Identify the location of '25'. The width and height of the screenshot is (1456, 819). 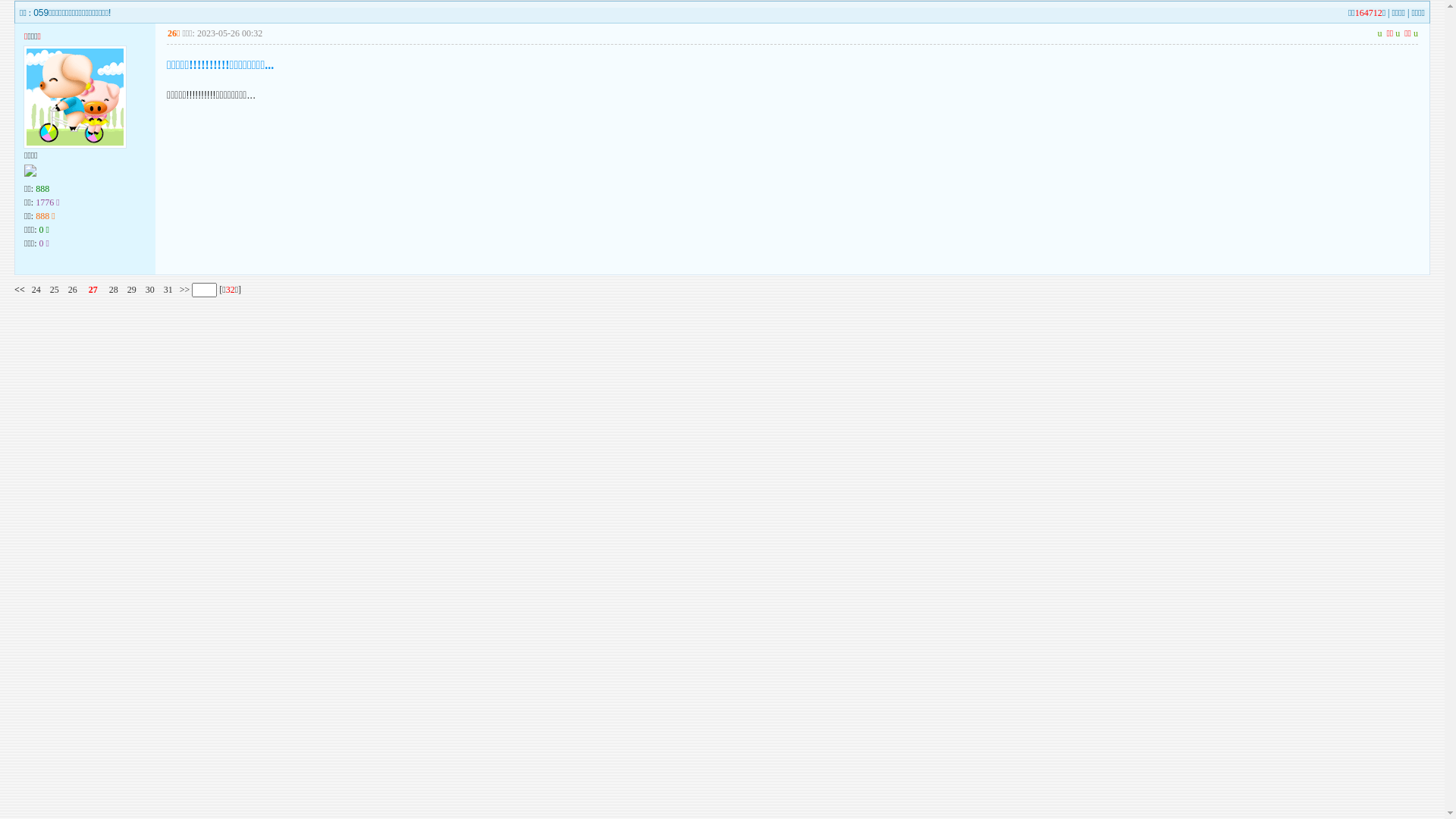
(55, 289).